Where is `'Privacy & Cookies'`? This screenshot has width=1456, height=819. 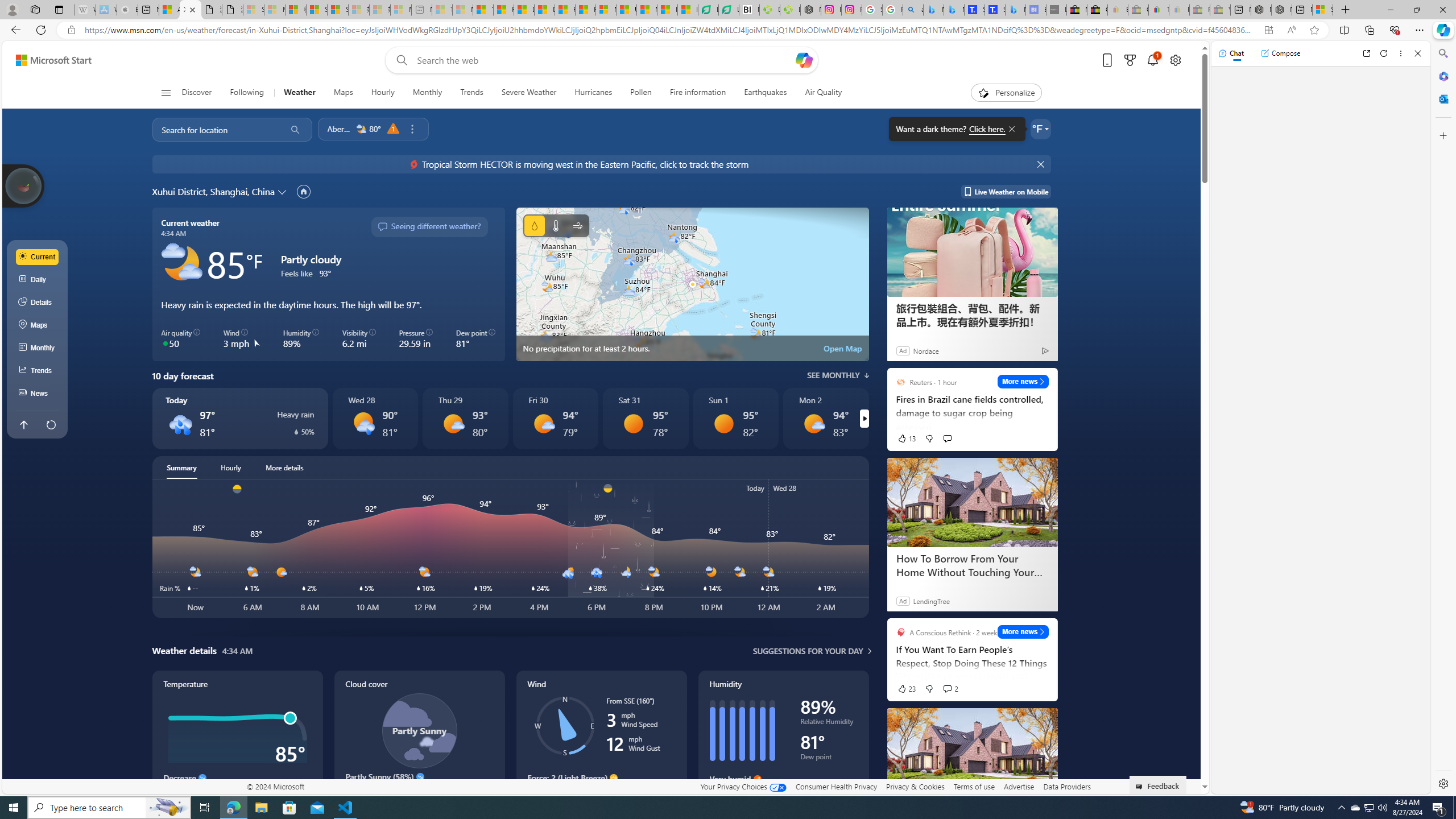 'Privacy & Cookies' is located at coordinates (916, 786).